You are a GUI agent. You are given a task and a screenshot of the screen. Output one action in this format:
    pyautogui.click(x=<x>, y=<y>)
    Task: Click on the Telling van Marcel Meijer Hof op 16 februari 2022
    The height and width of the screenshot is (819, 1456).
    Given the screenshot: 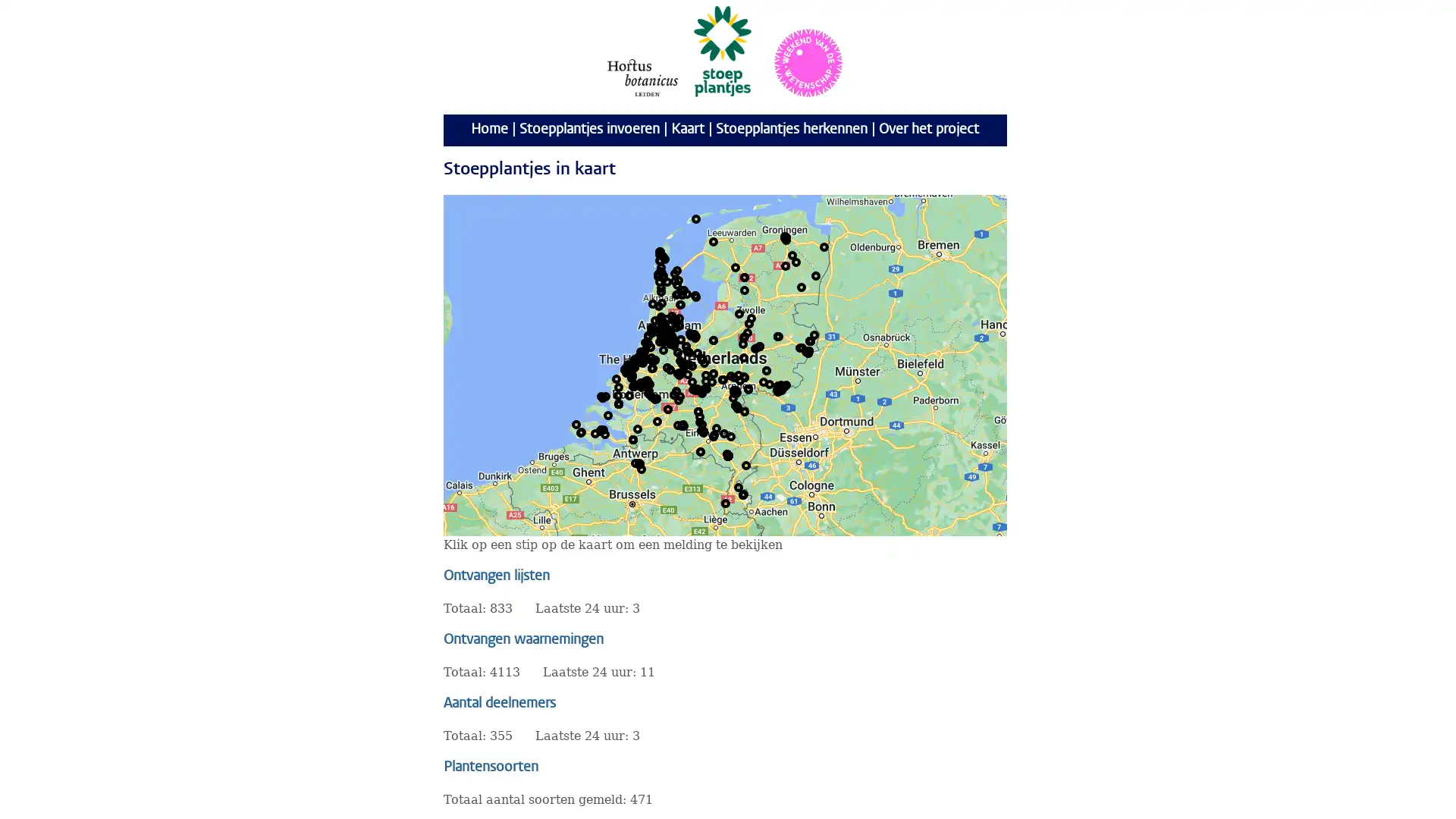 What is the action you would take?
    pyautogui.click(x=807, y=351)
    